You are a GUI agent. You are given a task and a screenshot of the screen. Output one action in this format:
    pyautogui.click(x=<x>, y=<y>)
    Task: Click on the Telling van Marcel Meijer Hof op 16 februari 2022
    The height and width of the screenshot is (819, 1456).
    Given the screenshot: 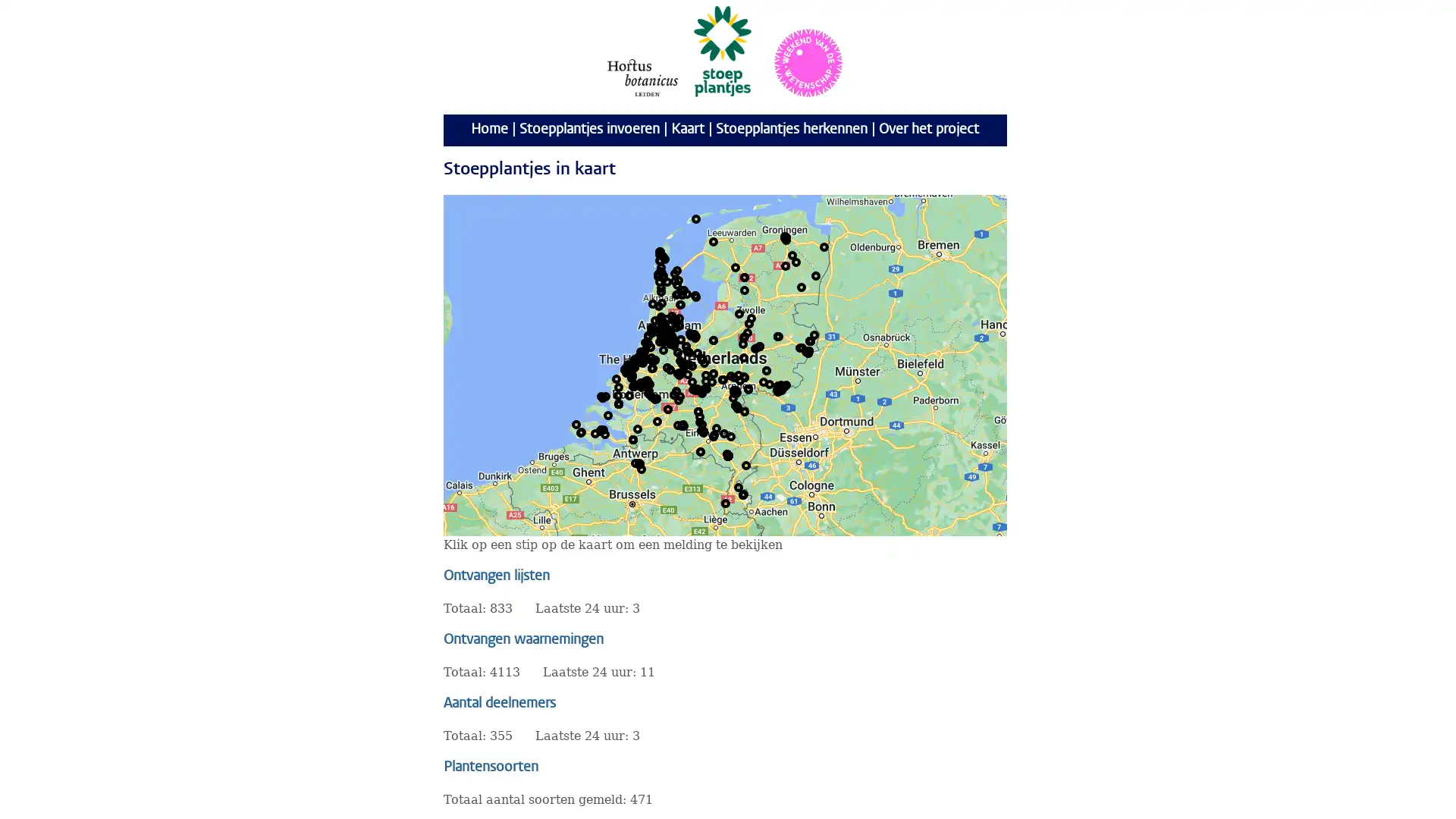 What is the action you would take?
    pyautogui.click(x=807, y=351)
    